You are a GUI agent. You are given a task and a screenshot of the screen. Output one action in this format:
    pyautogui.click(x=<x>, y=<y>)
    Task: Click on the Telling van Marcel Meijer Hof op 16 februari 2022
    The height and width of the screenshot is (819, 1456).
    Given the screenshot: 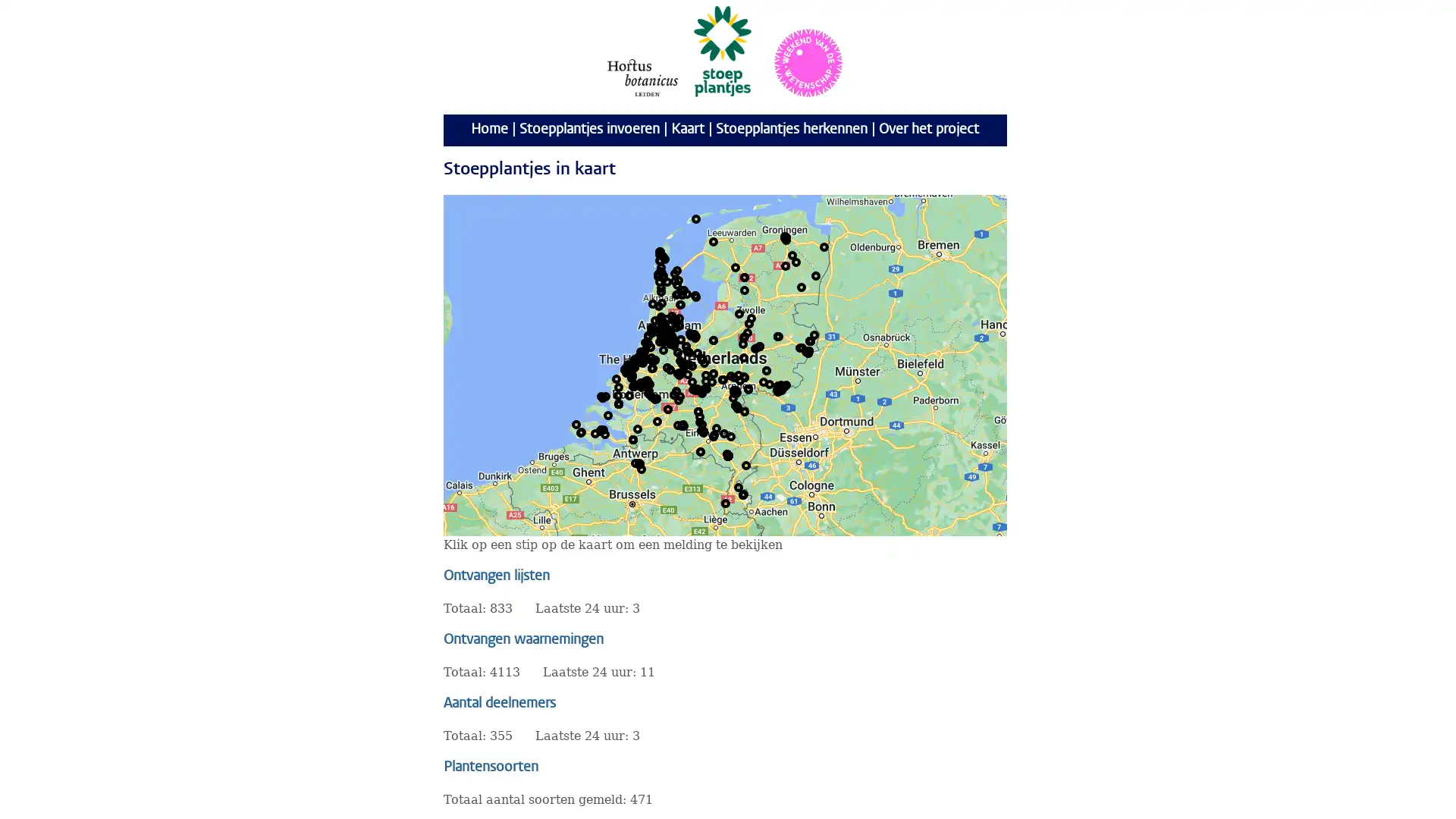 What is the action you would take?
    pyautogui.click(x=807, y=351)
    